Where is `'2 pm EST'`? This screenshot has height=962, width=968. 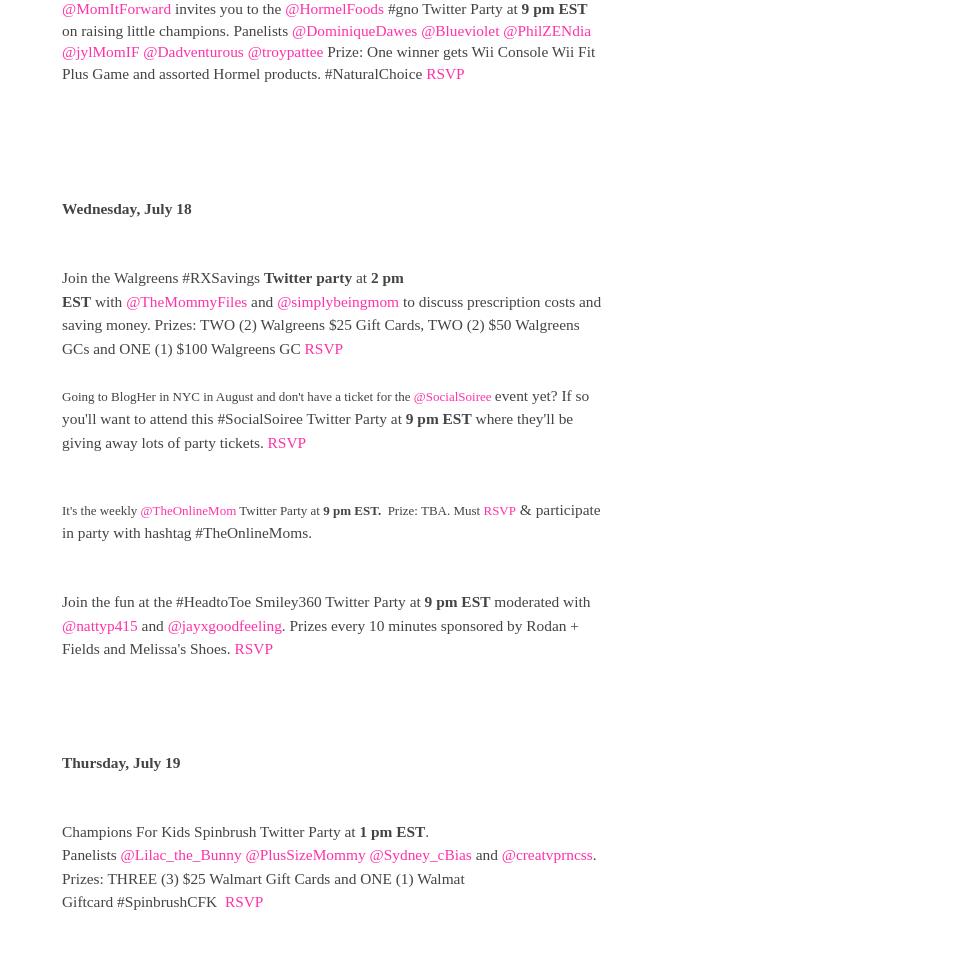 '2 pm EST' is located at coordinates (231, 288).